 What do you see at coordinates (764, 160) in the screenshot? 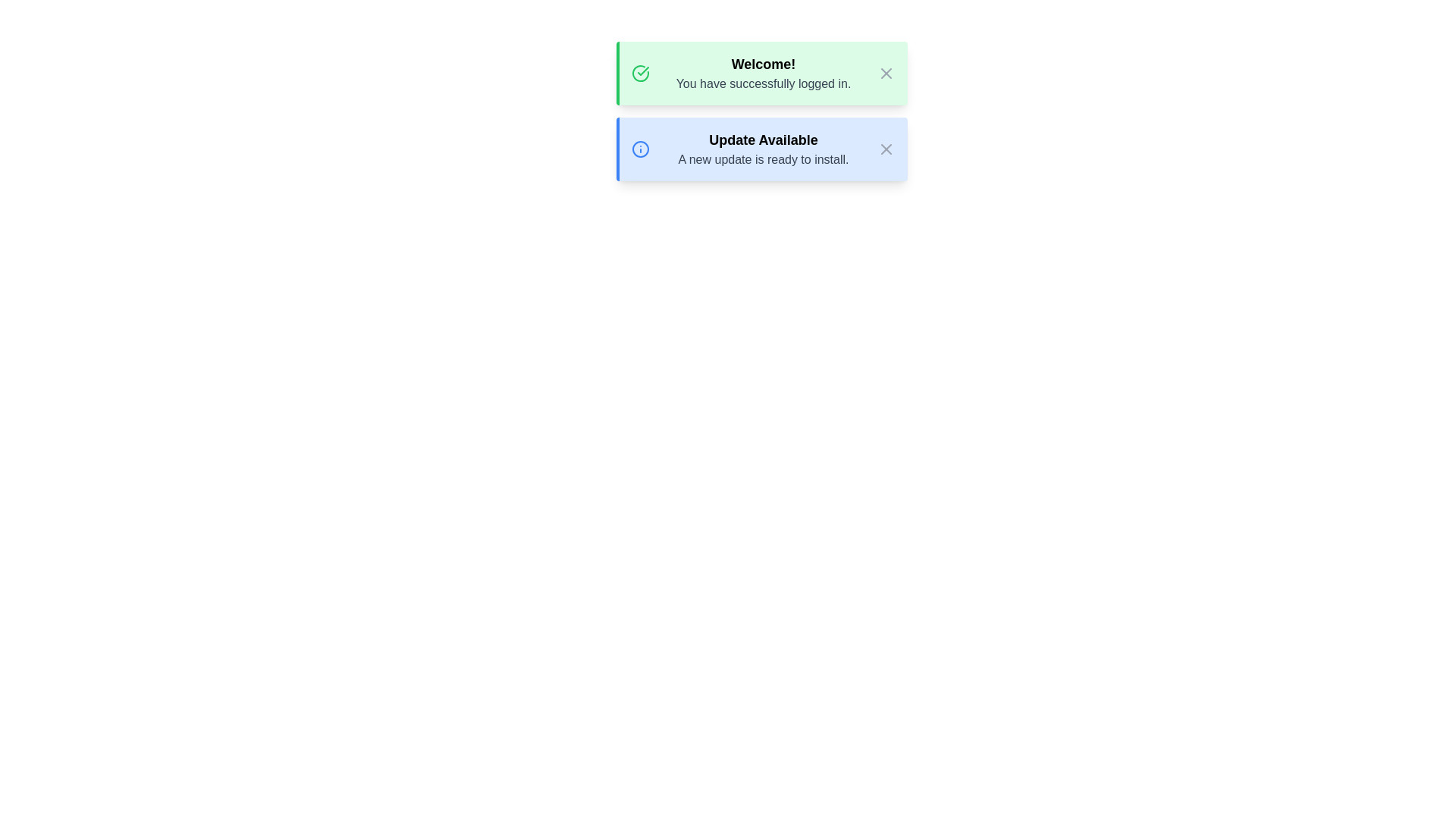
I see `the text block styled in gray containing 'A new update is ready to install.' located below the bold title 'Update Available.'` at bounding box center [764, 160].